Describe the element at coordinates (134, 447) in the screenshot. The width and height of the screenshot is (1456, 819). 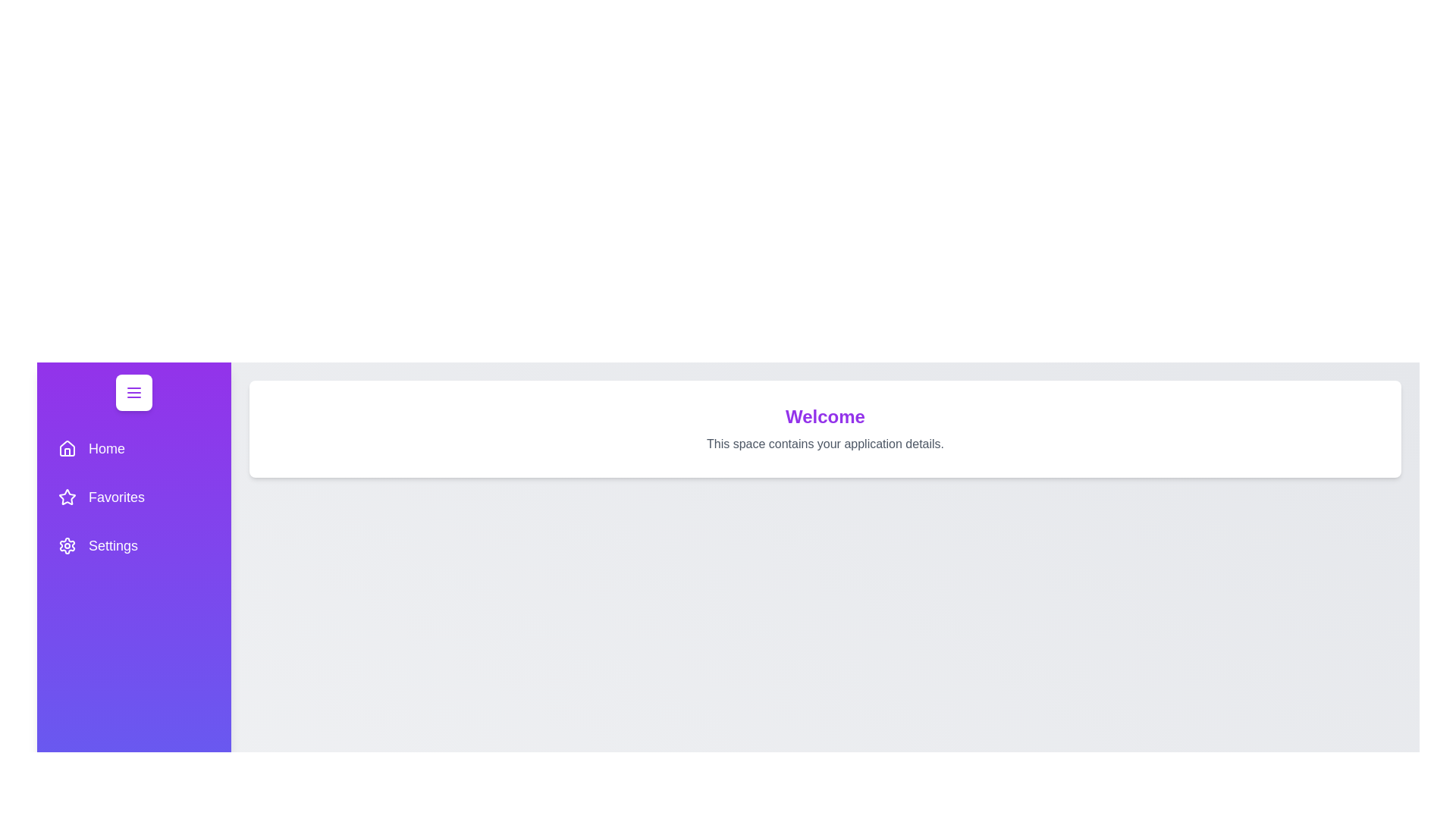
I see `the navigation item Home in the drawer` at that location.